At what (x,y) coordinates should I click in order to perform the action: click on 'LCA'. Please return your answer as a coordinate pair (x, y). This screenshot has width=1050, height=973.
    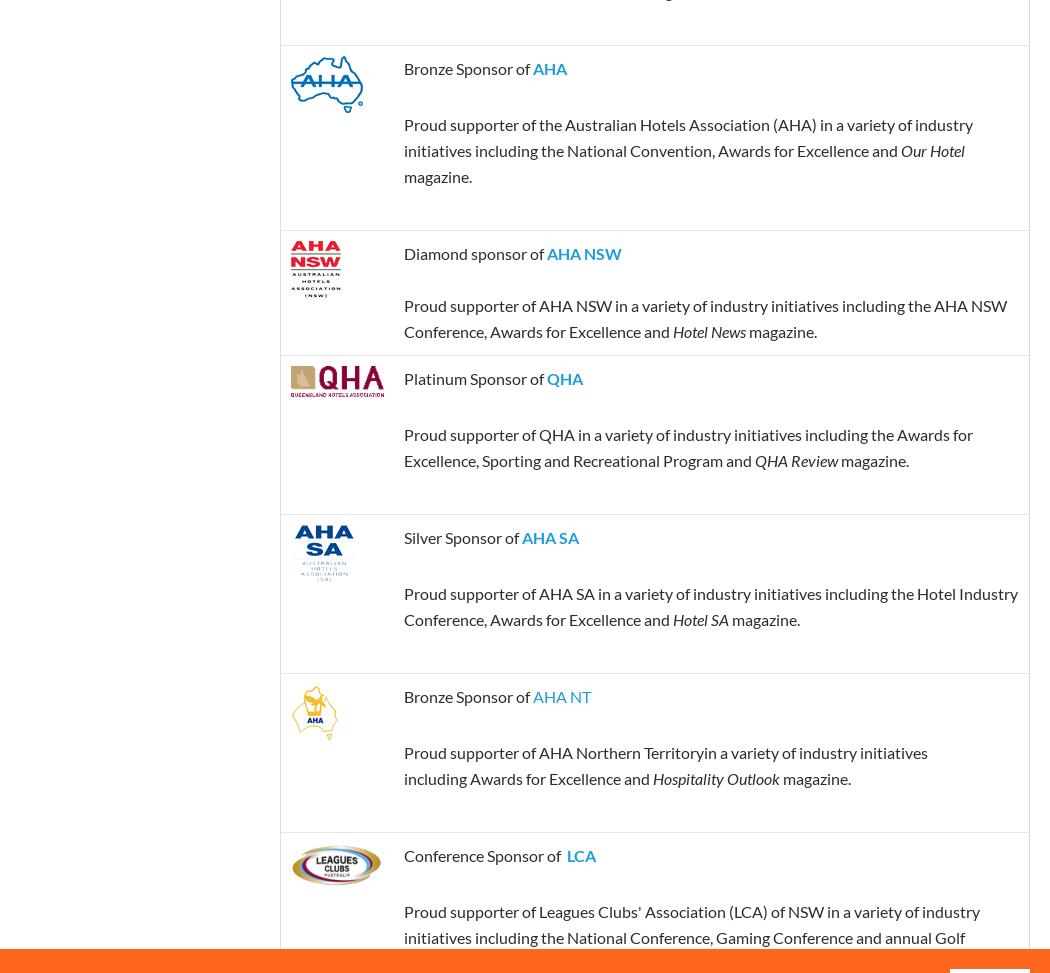
    Looking at the image, I should click on (564, 854).